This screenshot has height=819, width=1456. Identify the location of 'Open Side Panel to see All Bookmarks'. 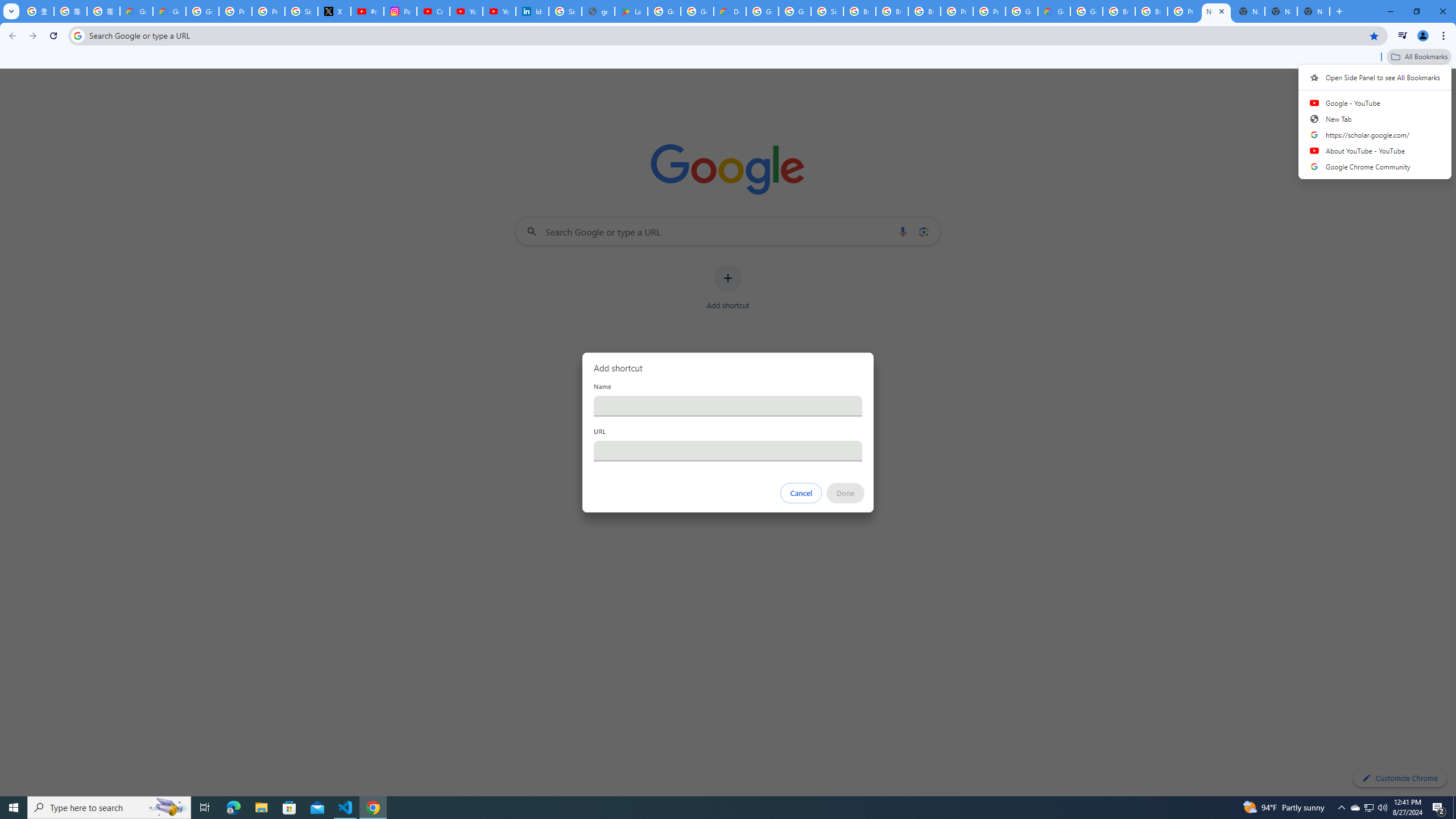
(1375, 77).